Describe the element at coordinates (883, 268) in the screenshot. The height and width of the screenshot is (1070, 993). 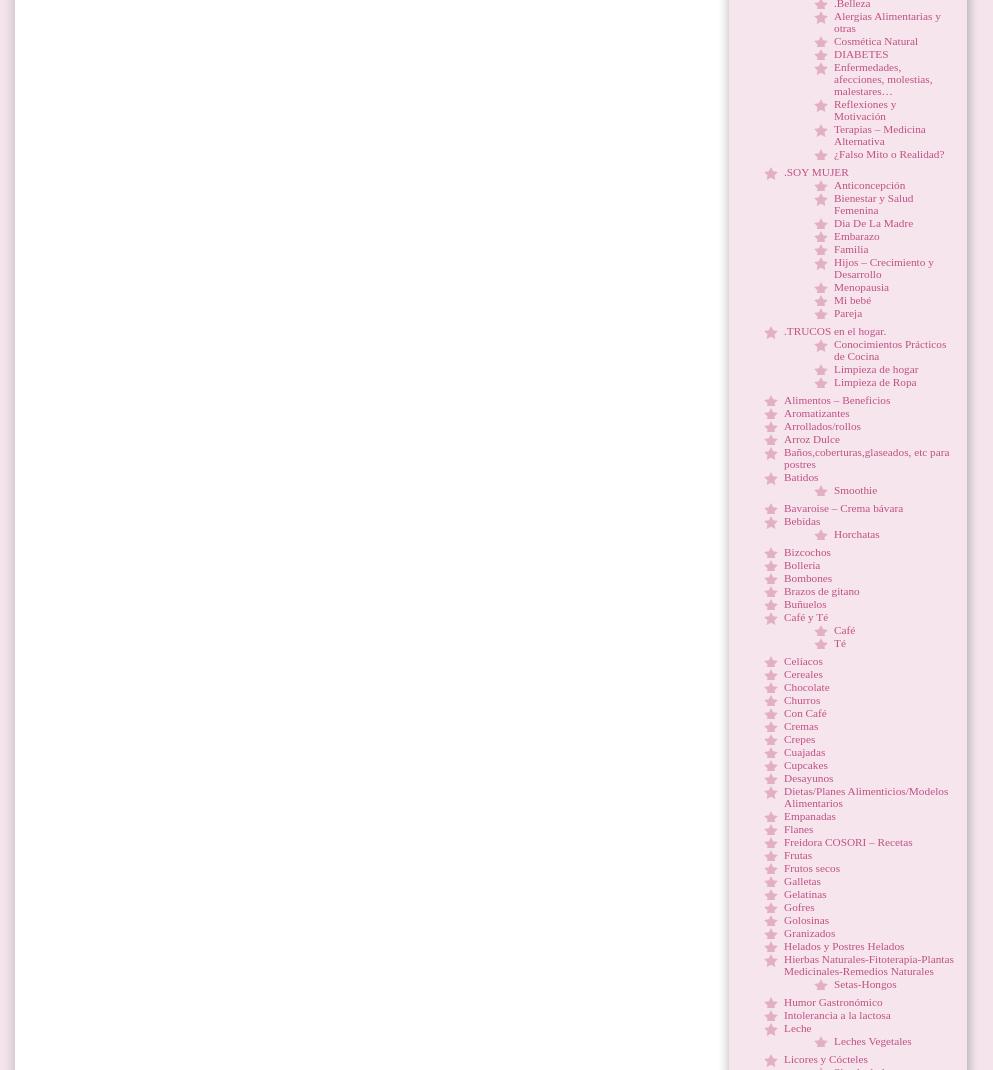
I see `'Hijos – Crecimiento y Desarrollo'` at that location.